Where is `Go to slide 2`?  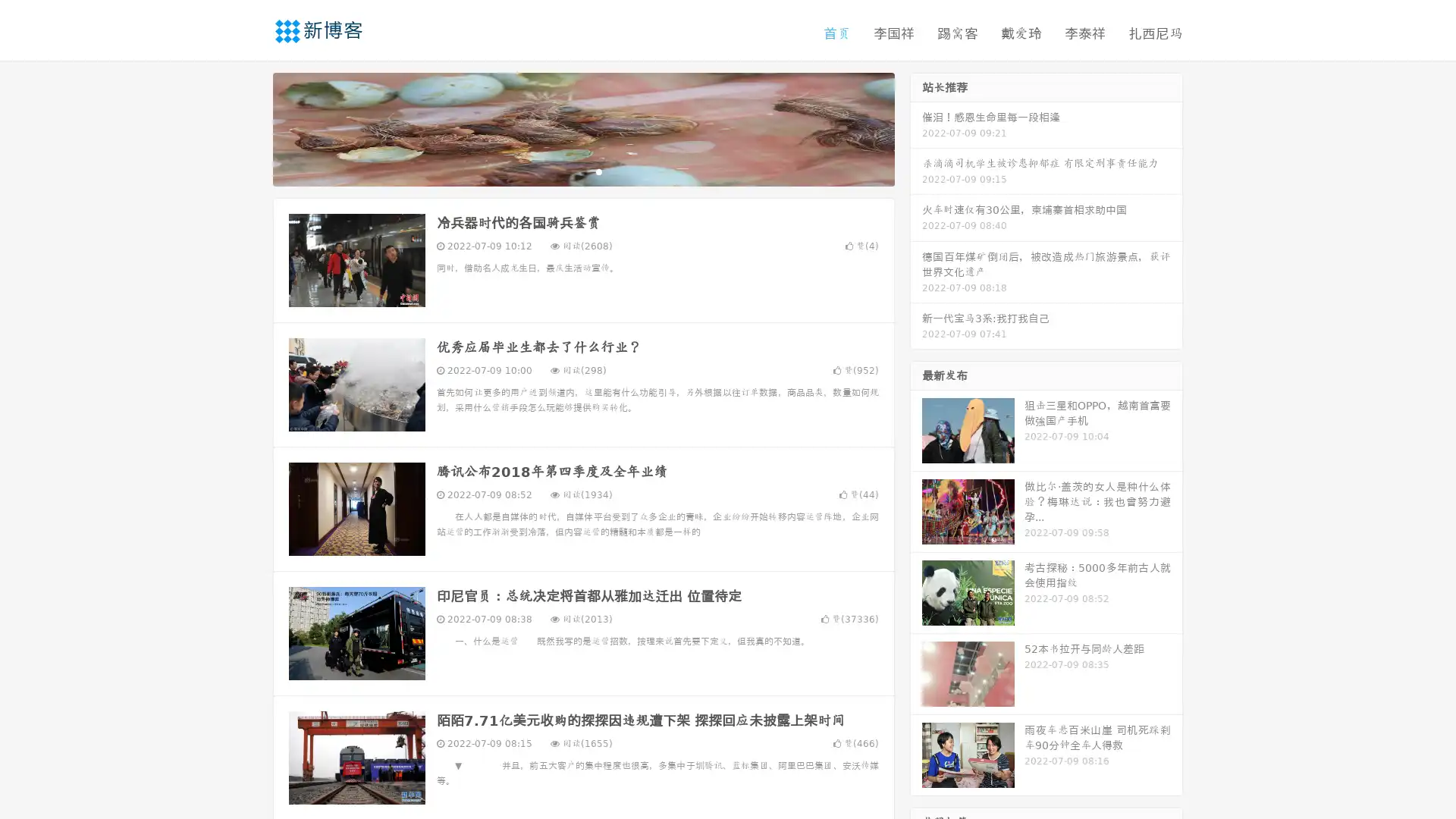 Go to slide 2 is located at coordinates (582, 171).